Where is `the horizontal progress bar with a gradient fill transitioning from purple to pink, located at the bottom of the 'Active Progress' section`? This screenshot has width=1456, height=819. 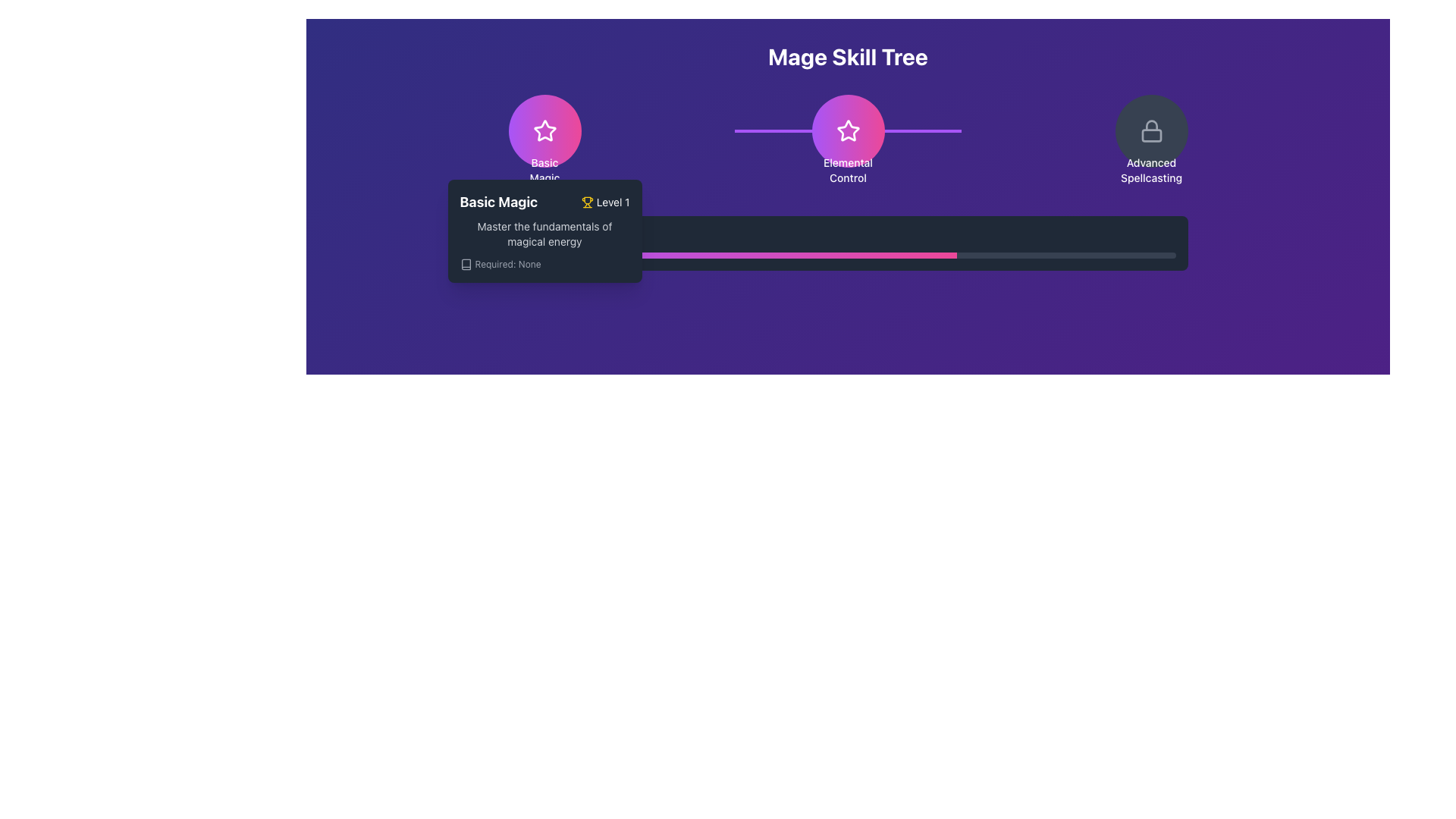
the horizontal progress bar with a gradient fill transitioning from purple to pink, located at the bottom of the 'Active Progress' section is located at coordinates (847, 242).